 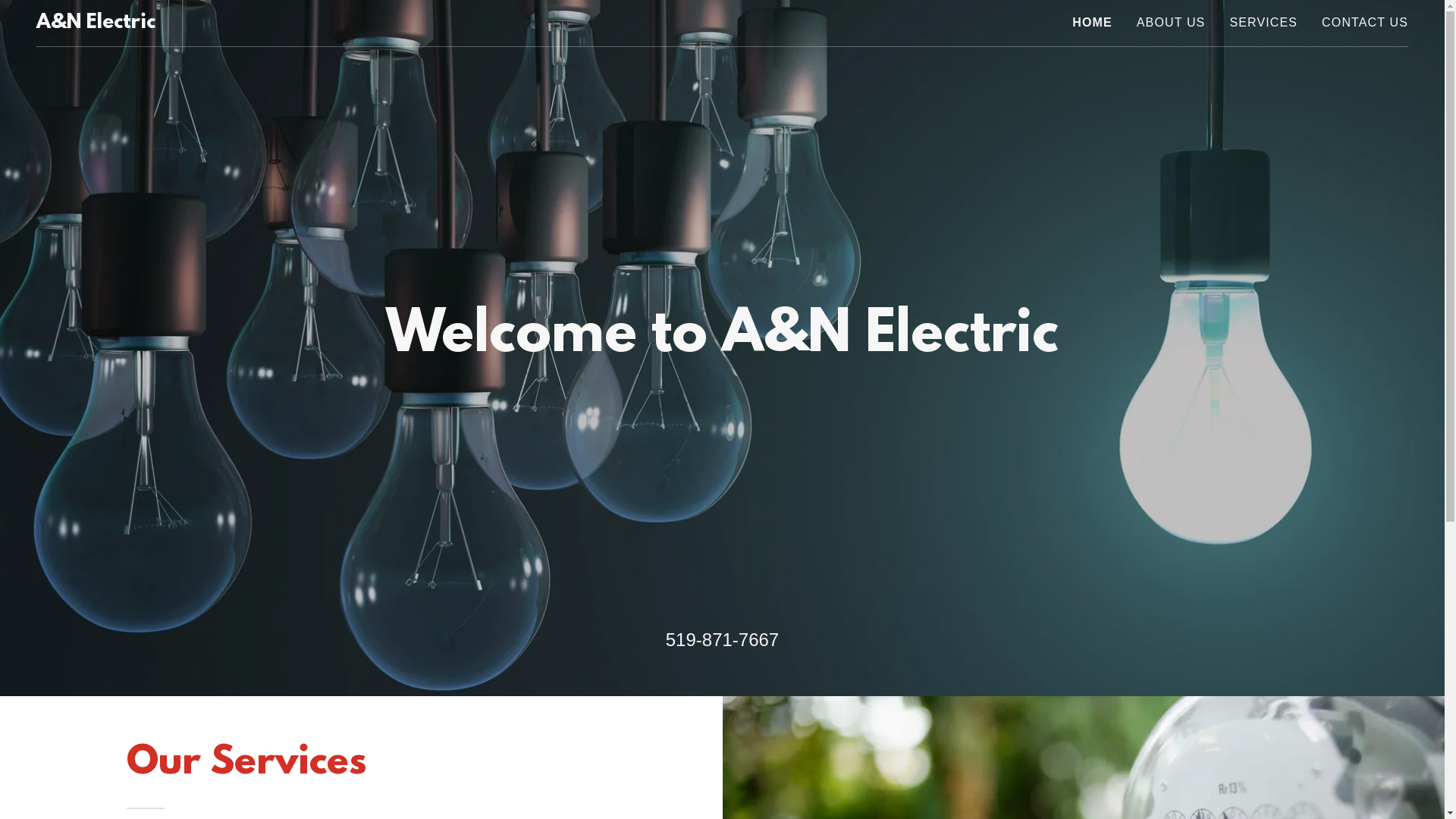 I want to click on 'SERVICES', so click(x=1263, y=23).